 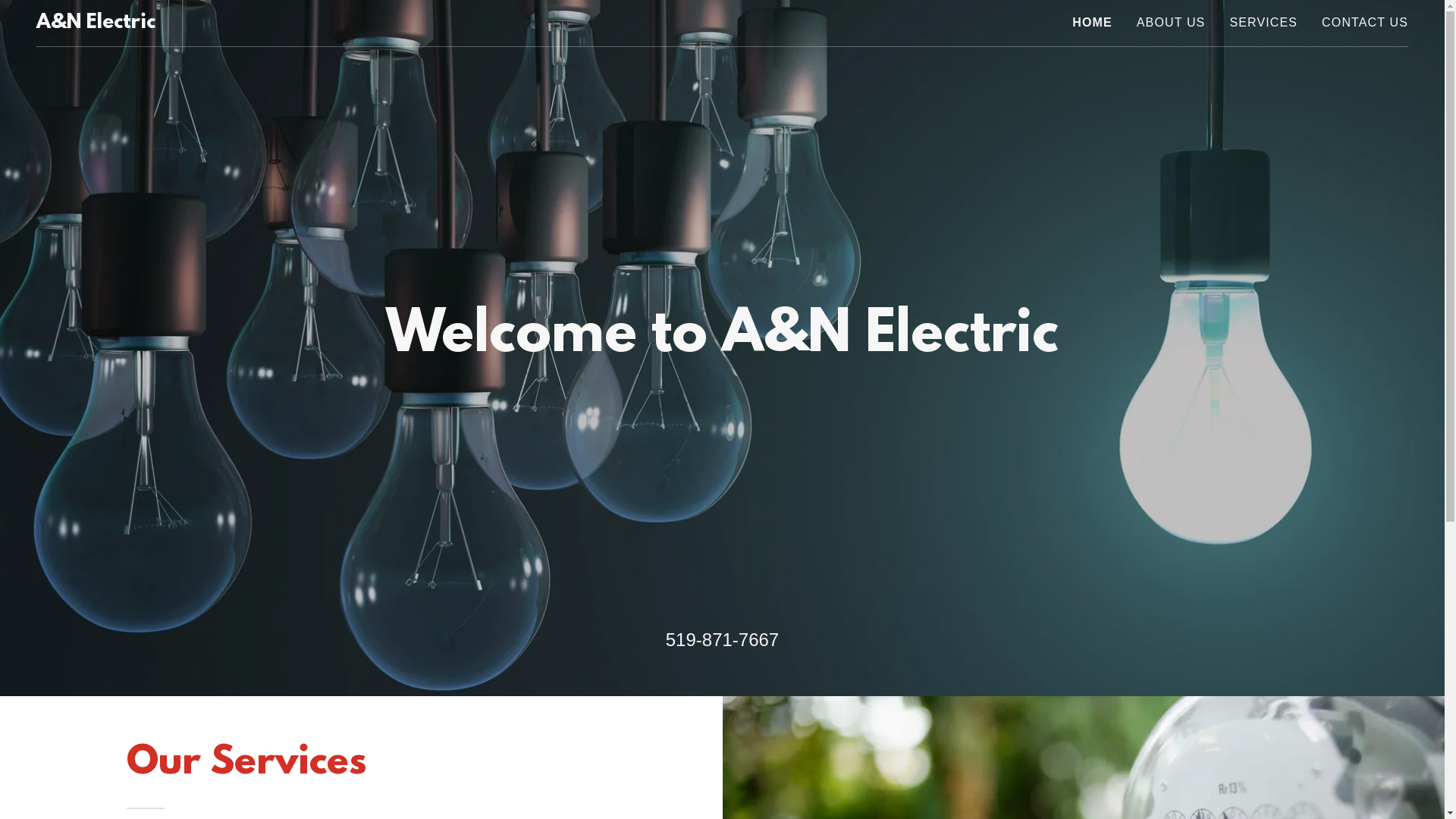 I want to click on 'SERVICES', so click(x=1263, y=23).